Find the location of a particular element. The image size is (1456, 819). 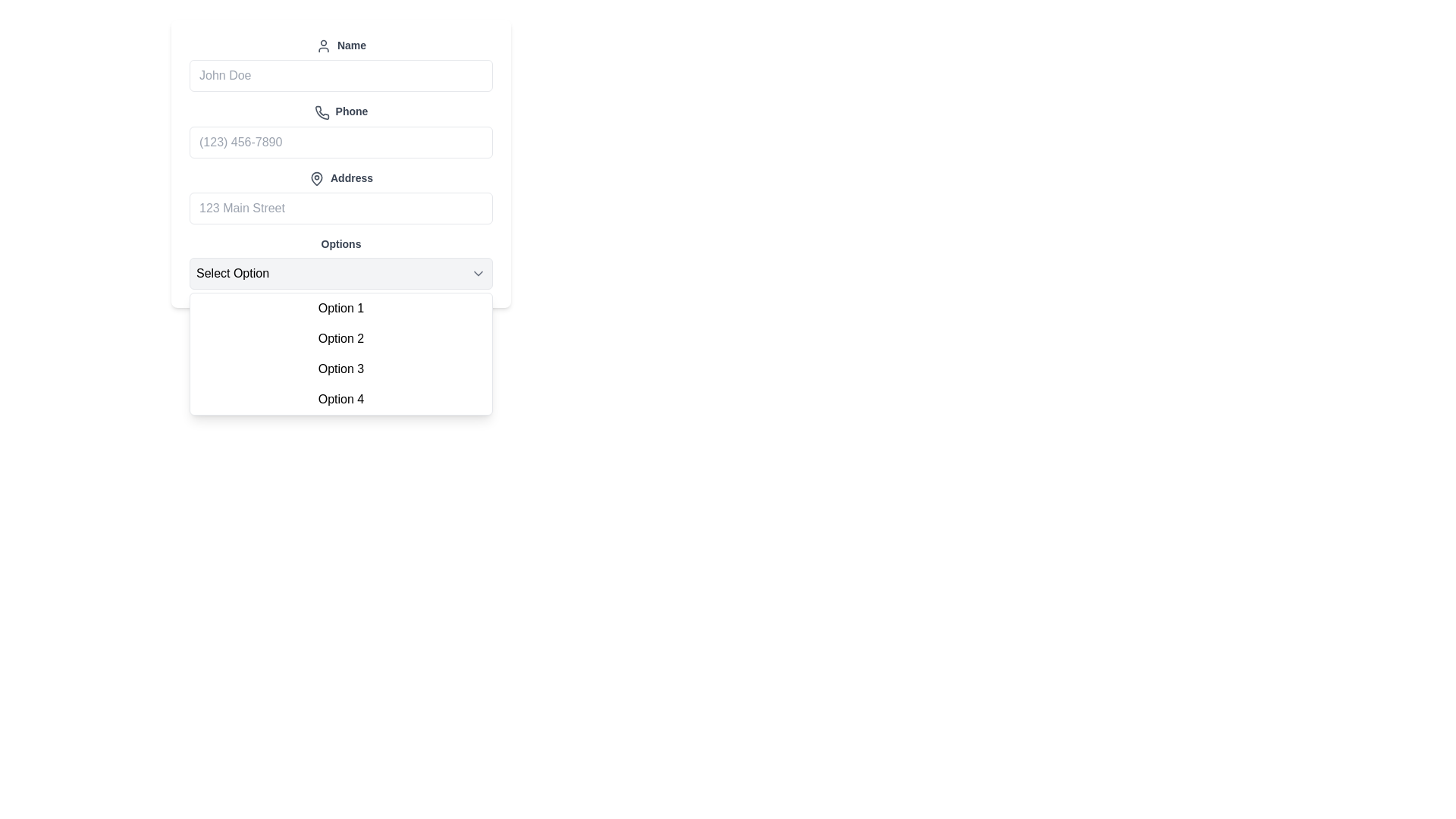

the label element displaying 'Options', which is styled in bold and located above the dropdown menu labeled 'Select Option' is located at coordinates (340, 242).